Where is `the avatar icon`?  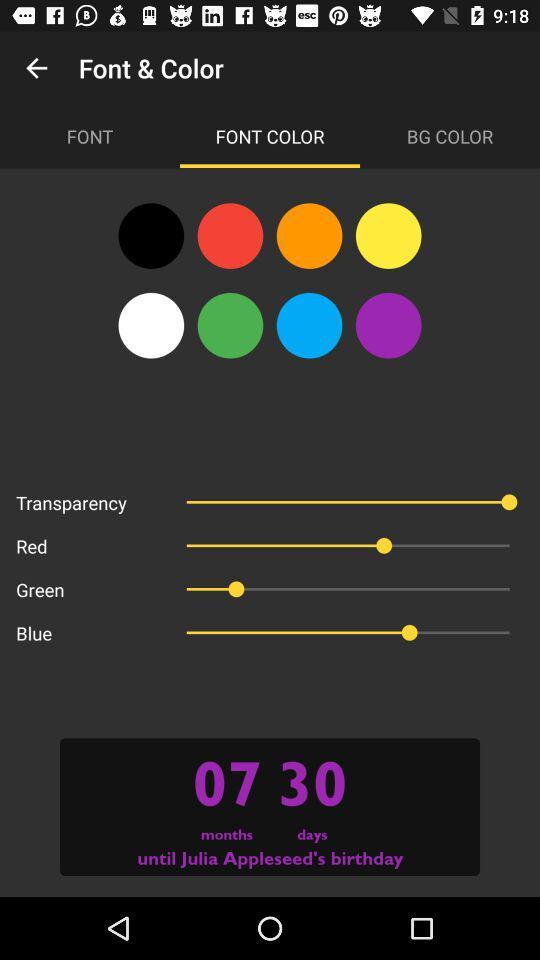 the avatar icon is located at coordinates (229, 236).